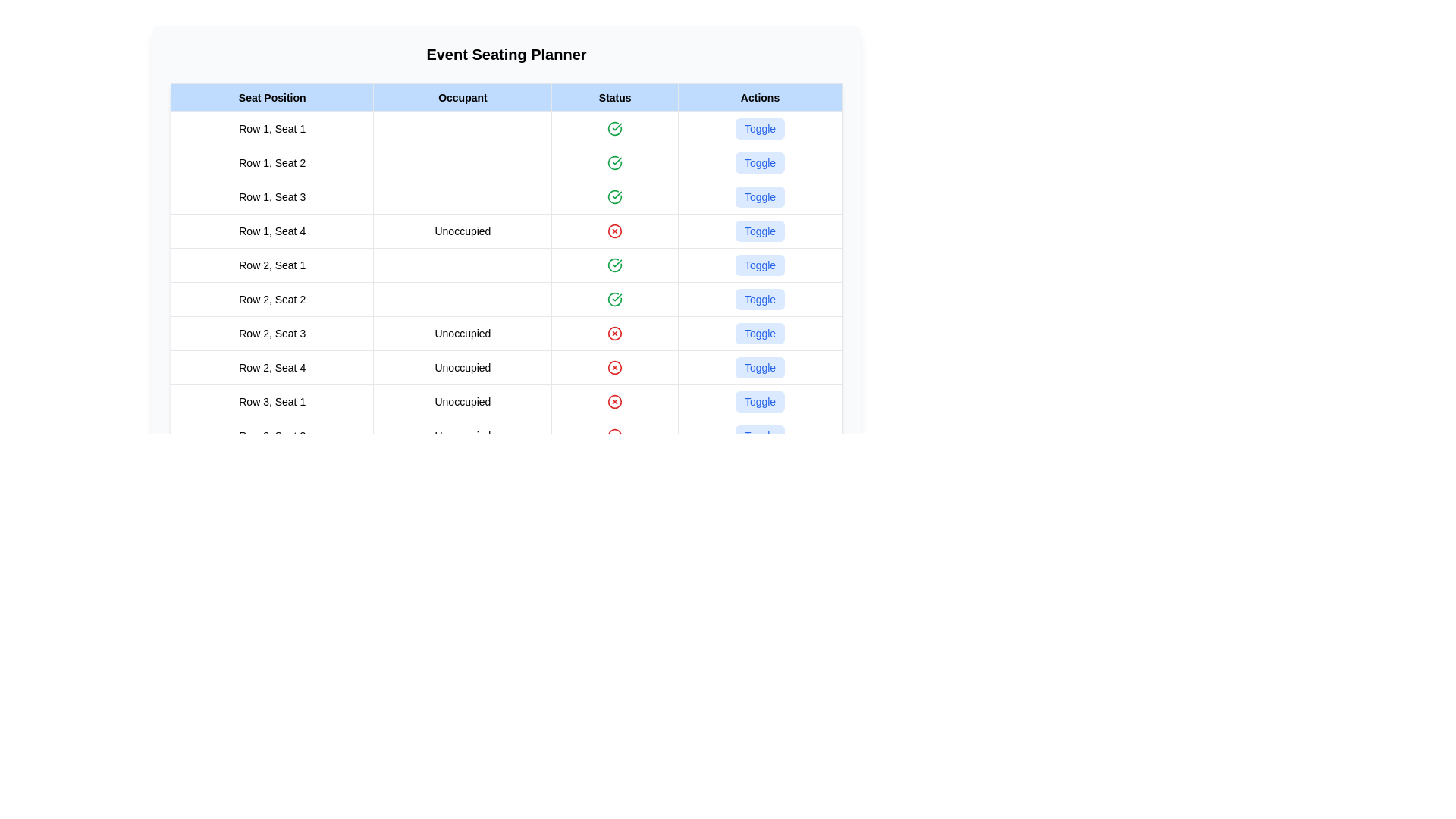 The width and height of the screenshot is (1456, 819). I want to click on the red circular icon containing a checkmark located in the third row of the 'Status' column in the table under 'Event Seating Planner.', so click(615, 196).